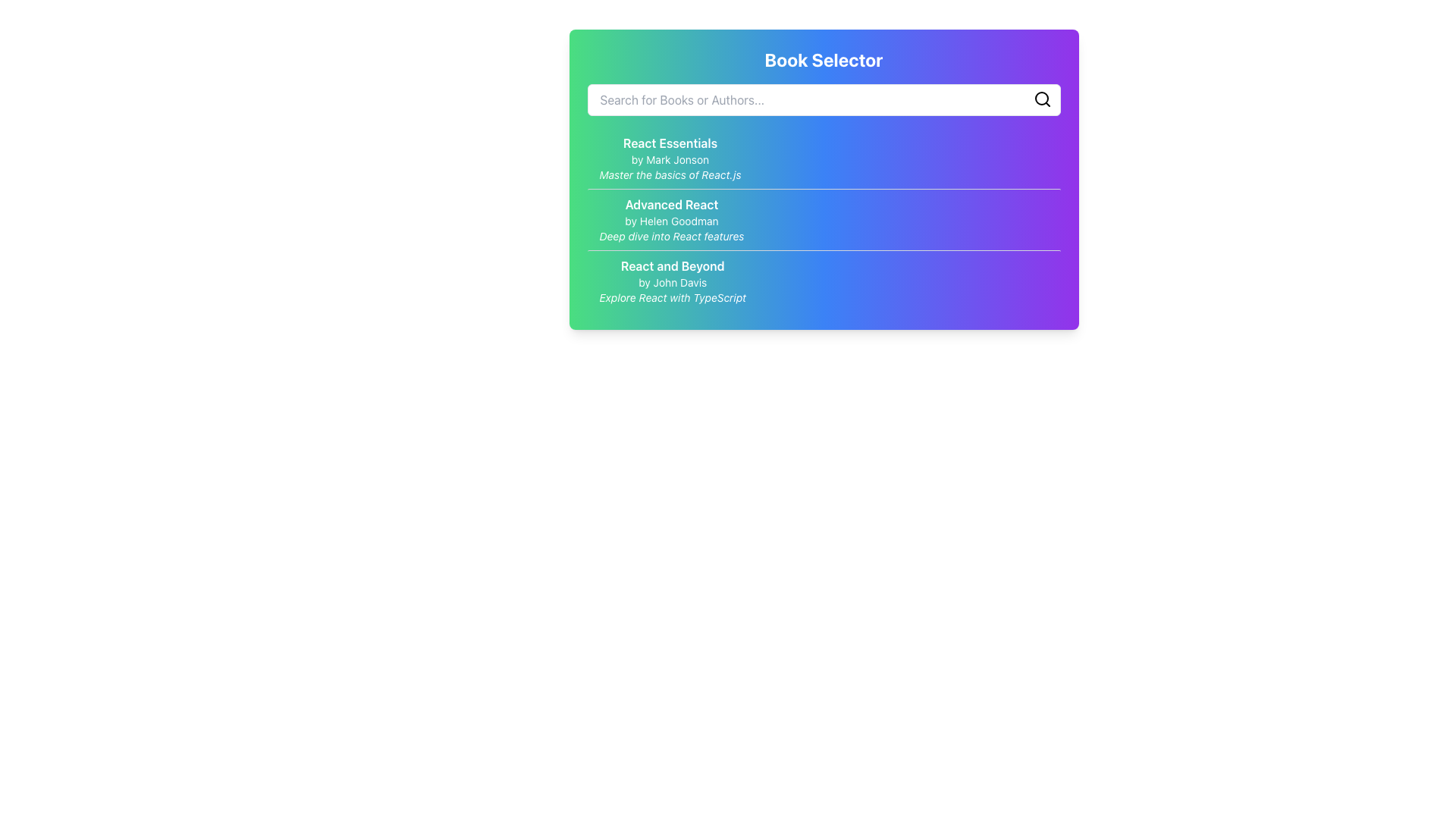 This screenshot has height=819, width=1456. I want to click on the 'Advanced React' list item, so click(823, 219).